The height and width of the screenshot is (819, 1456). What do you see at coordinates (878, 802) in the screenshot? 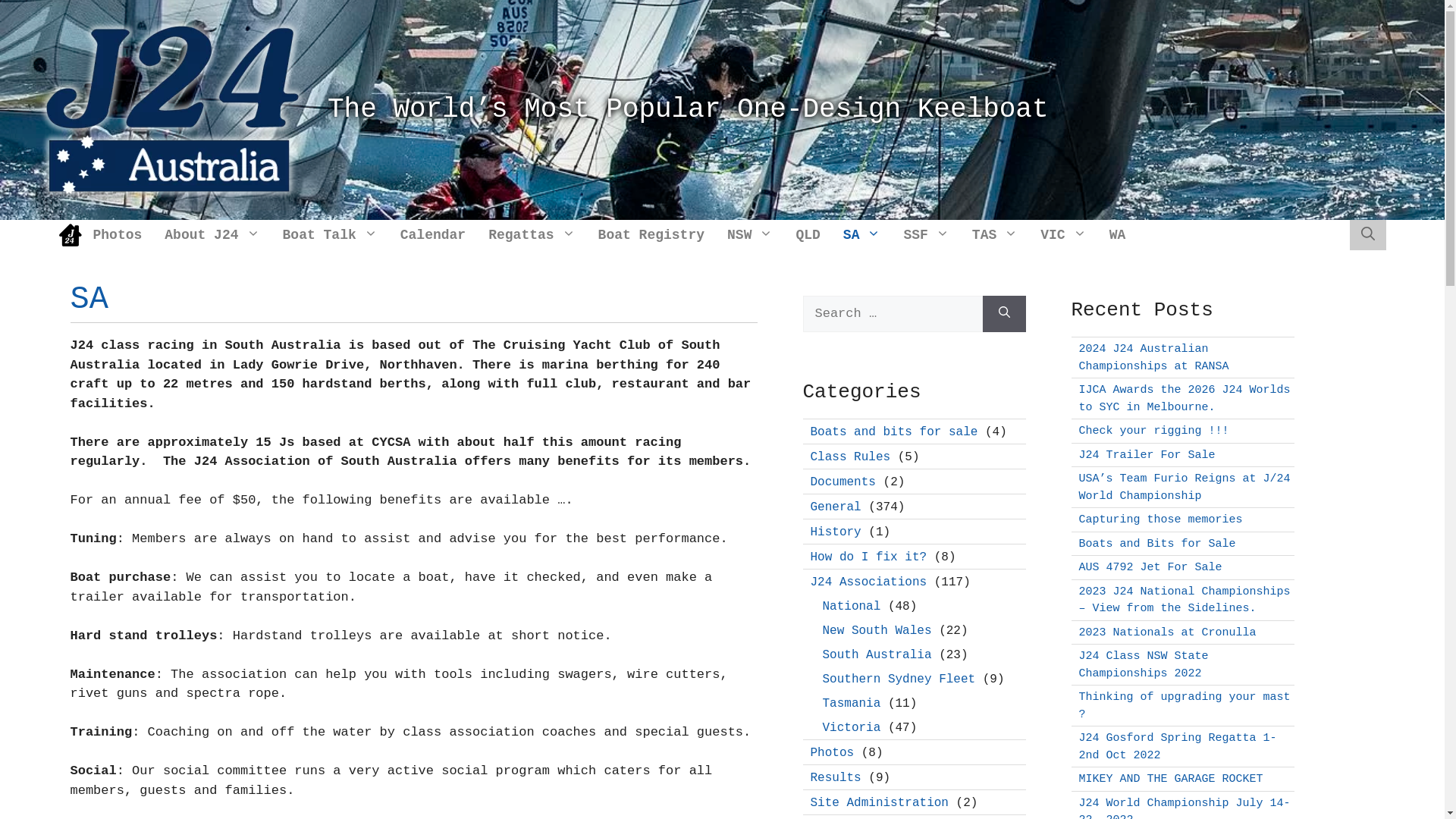
I see `'Site Administration'` at bounding box center [878, 802].